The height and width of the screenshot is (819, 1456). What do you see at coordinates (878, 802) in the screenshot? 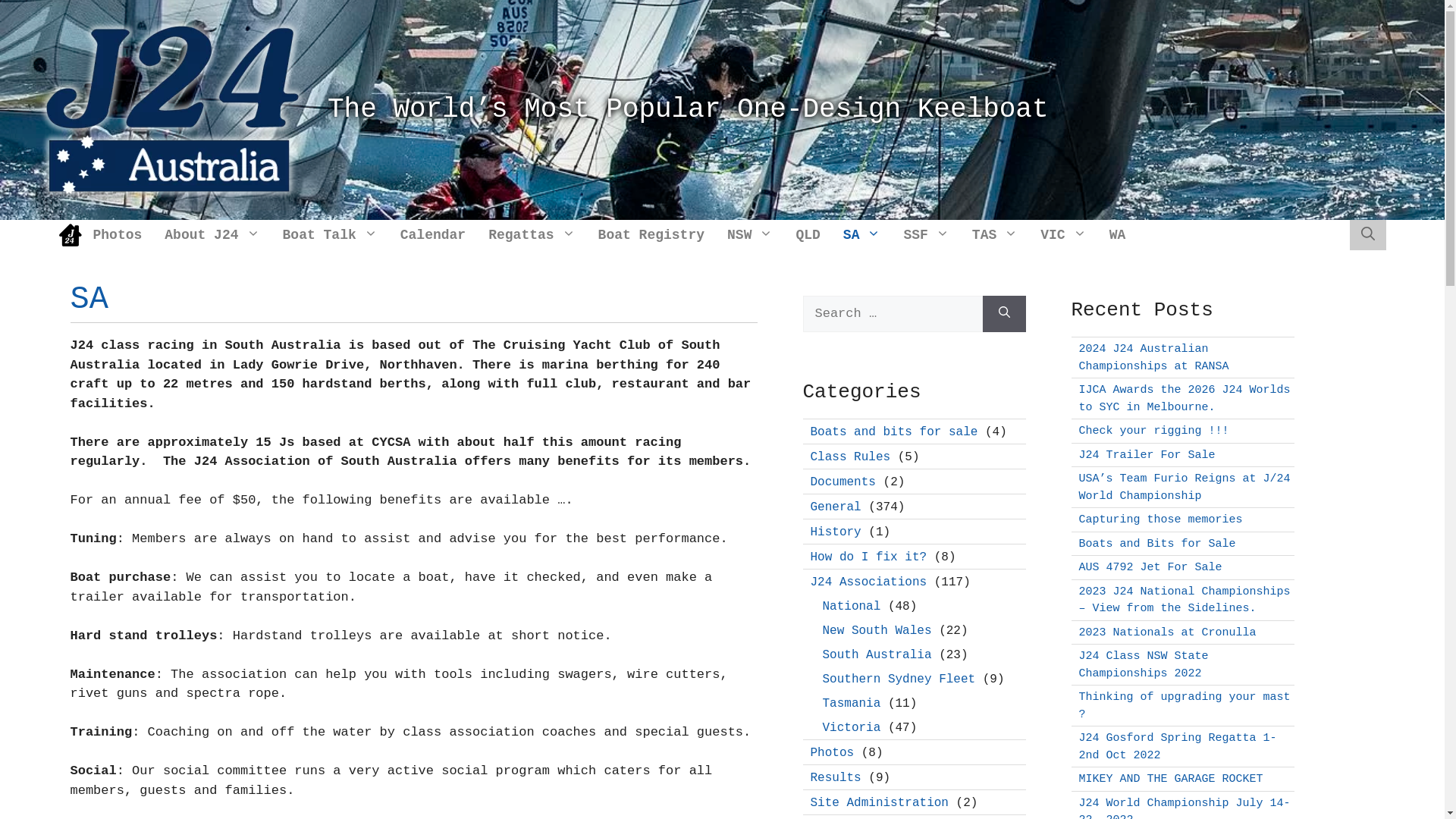
I see `'Site Administration'` at bounding box center [878, 802].